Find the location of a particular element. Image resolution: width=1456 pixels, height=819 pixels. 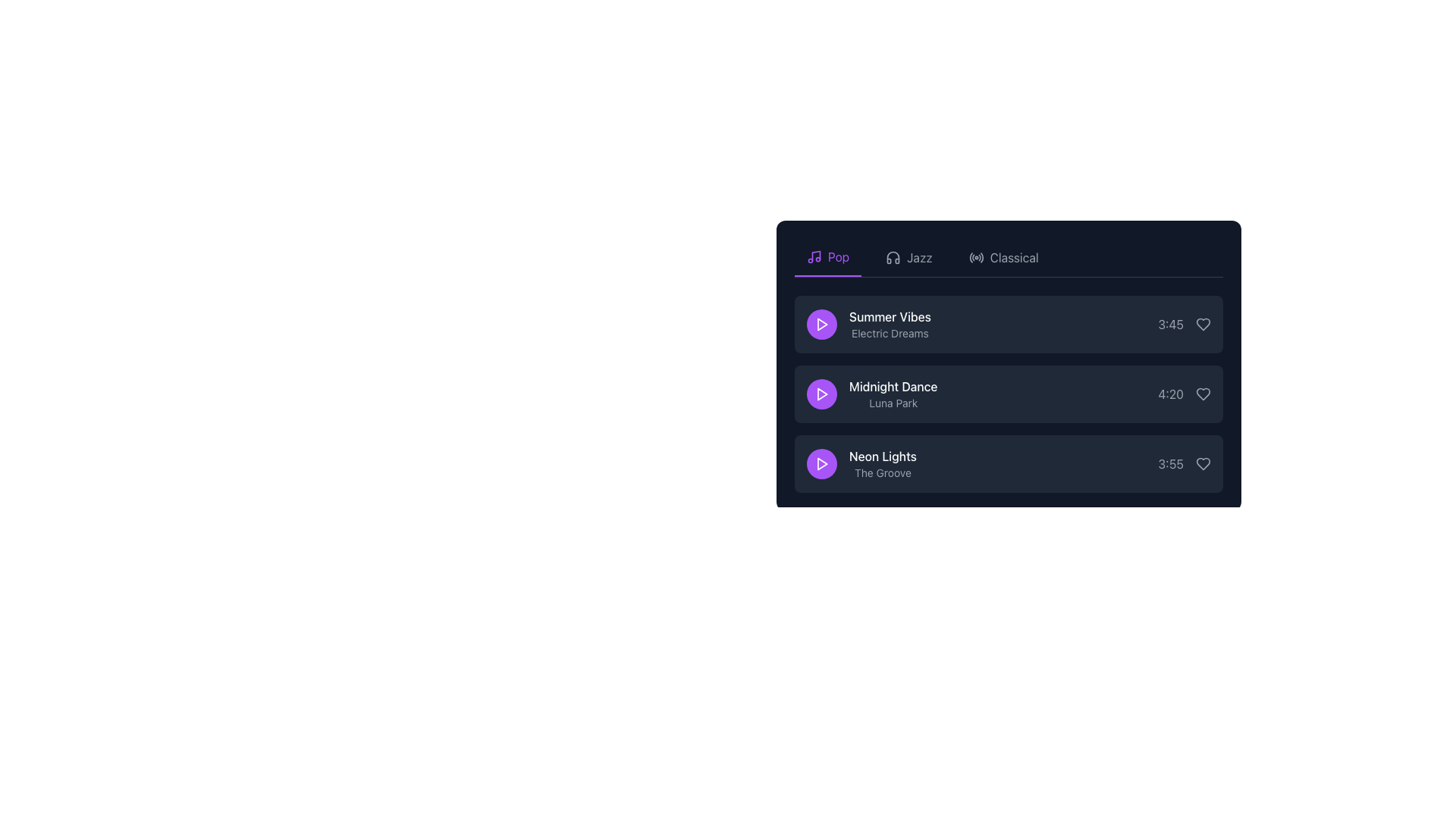

the triangular-shaped purple play button icon located to the left of the text 'Midnight Dance' to initiate playback of the associated song is located at coordinates (821, 394).